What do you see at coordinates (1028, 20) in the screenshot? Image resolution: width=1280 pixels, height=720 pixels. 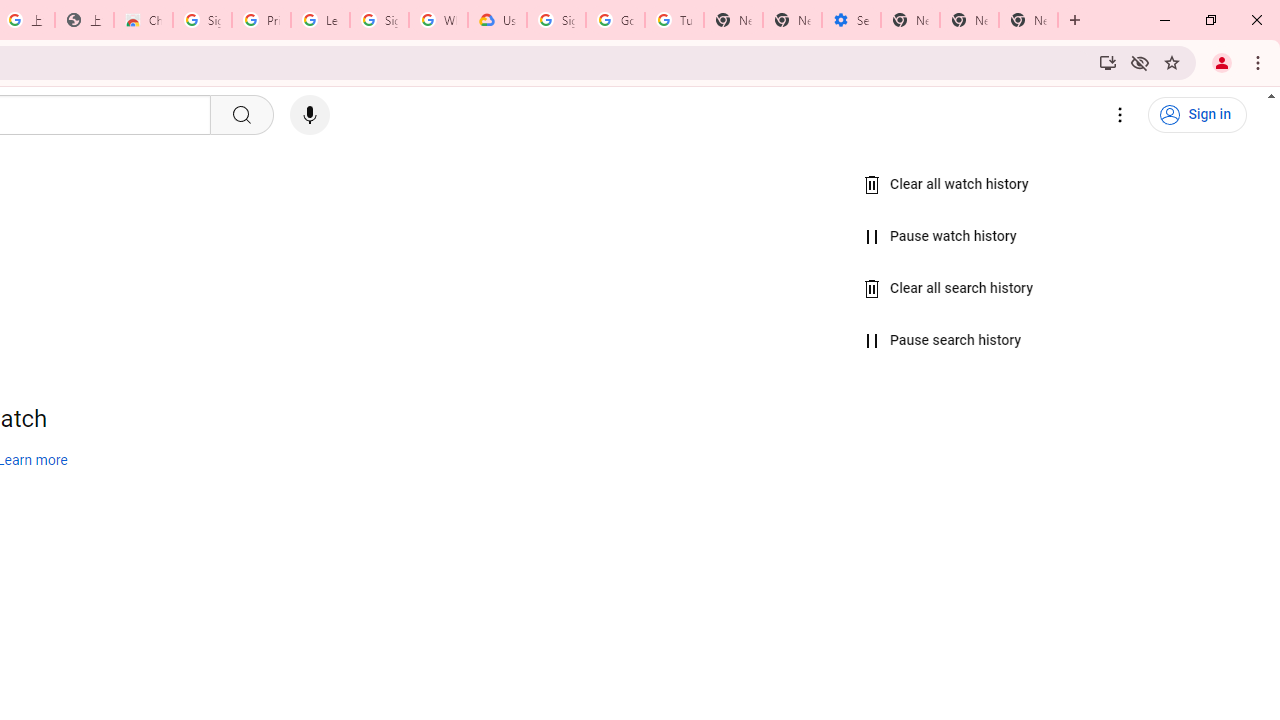 I see `'New Tab'` at bounding box center [1028, 20].